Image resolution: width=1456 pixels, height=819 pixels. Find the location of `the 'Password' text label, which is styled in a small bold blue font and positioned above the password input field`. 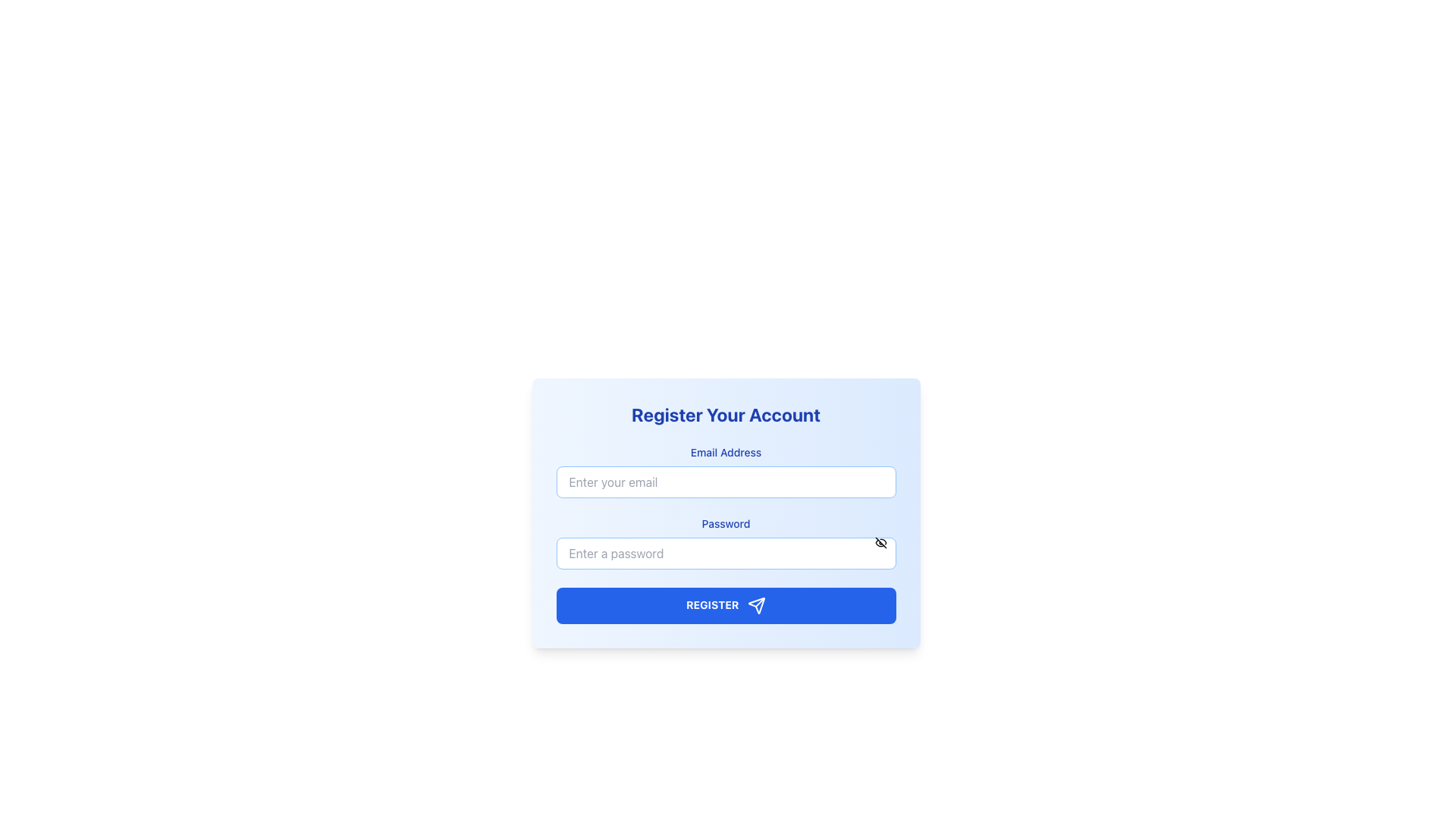

the 'Password' text label, which is styled in a small bold blue font and positioned above the password input field is located at coordinates (725, 522).